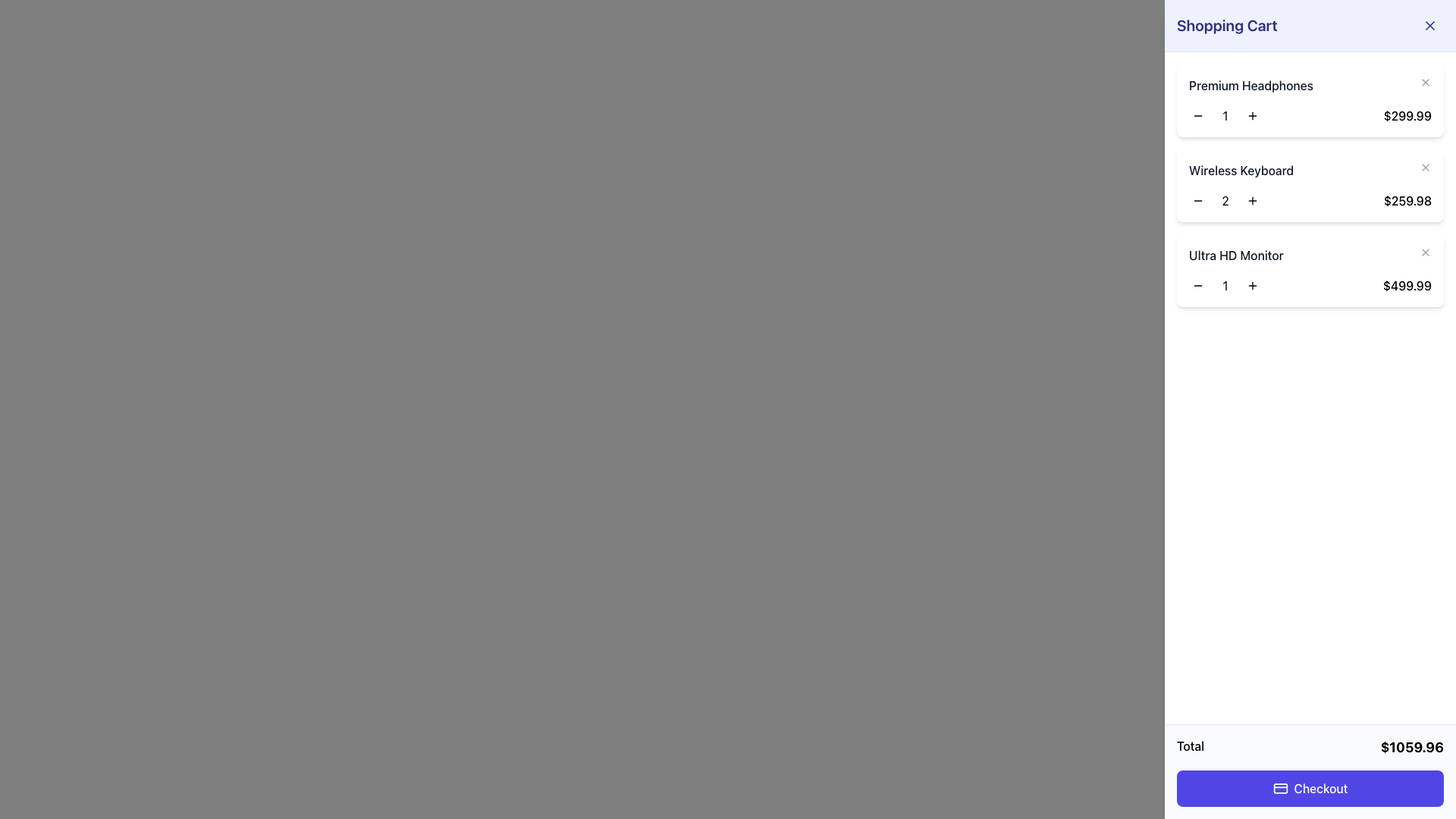 Image resolution: width=1456 pixels, height=819 pixels. I want to click on the text element displaying the number '1' in the shopping cart interface for the 'Ultra HD Monitor' product, which is centrally aligned and located between the minus and plus buttons, so click(1225, 286).